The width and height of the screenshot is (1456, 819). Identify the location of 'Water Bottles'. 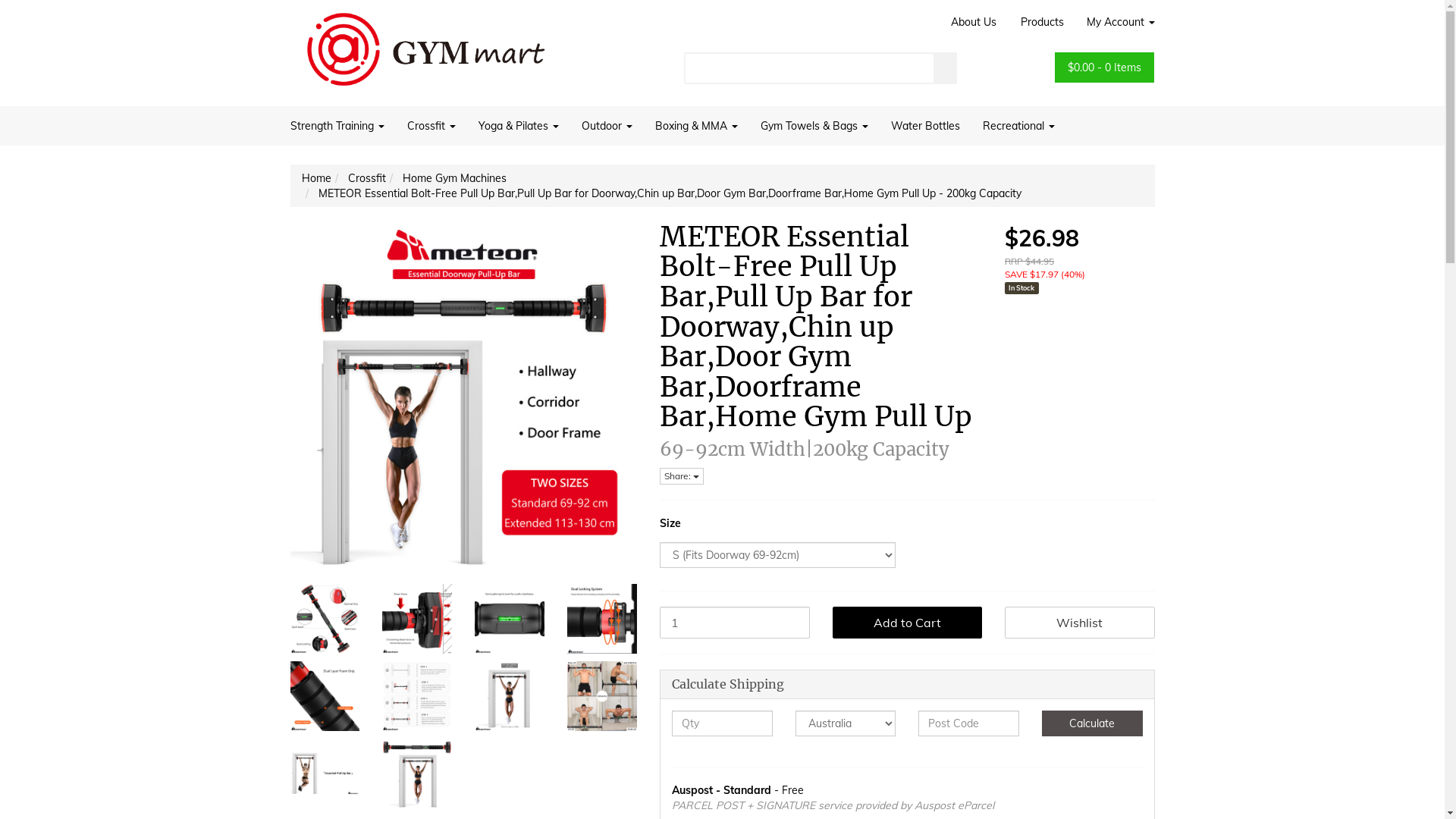
(924, 124).